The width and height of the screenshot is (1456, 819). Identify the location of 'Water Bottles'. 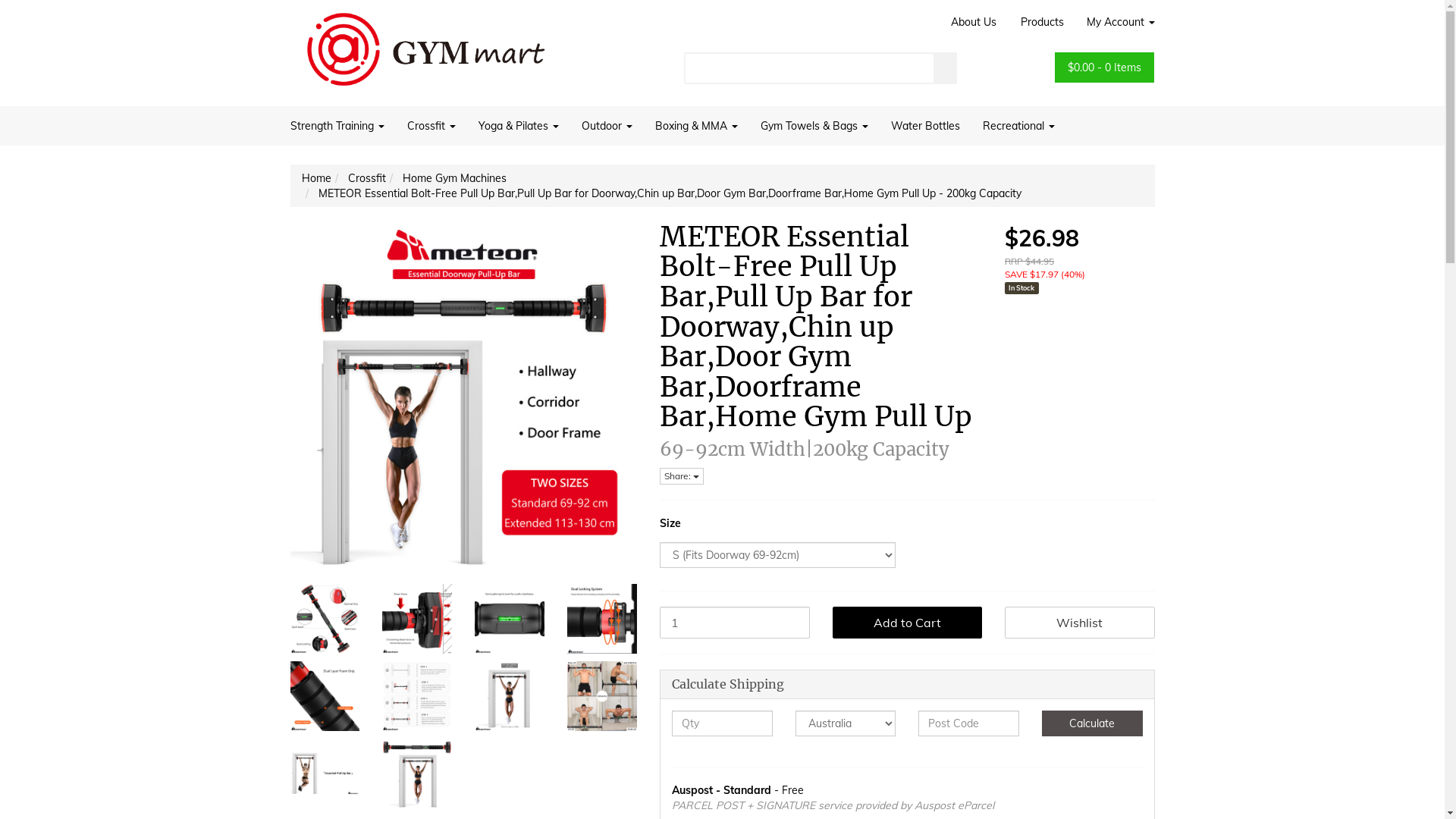
(924, 124).